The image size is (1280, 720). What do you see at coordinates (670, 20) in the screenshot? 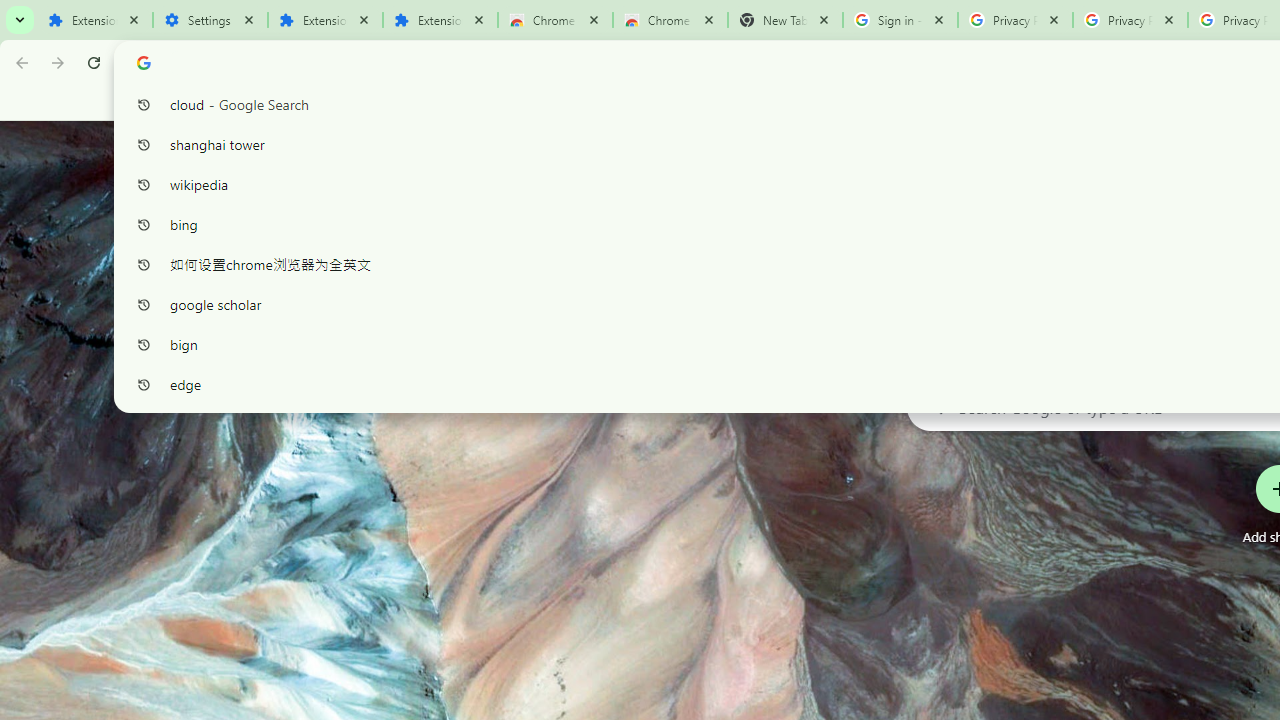
I see `'Chrome Web Store - Themes'` at bounding box center [670, 20].